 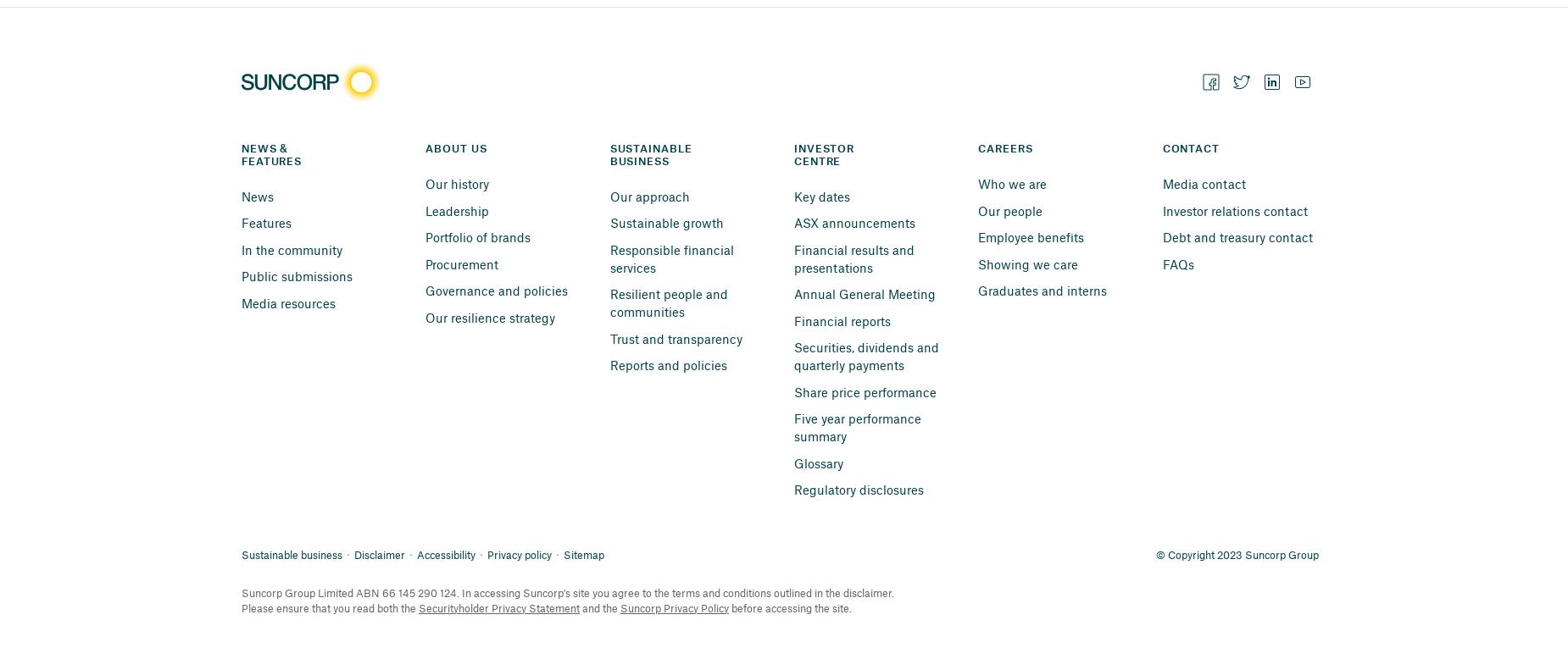 What do you see at coordinates (675, 337) in the screenshot?
I see `'Trust and transparency'` at bounding box center [675, 337].